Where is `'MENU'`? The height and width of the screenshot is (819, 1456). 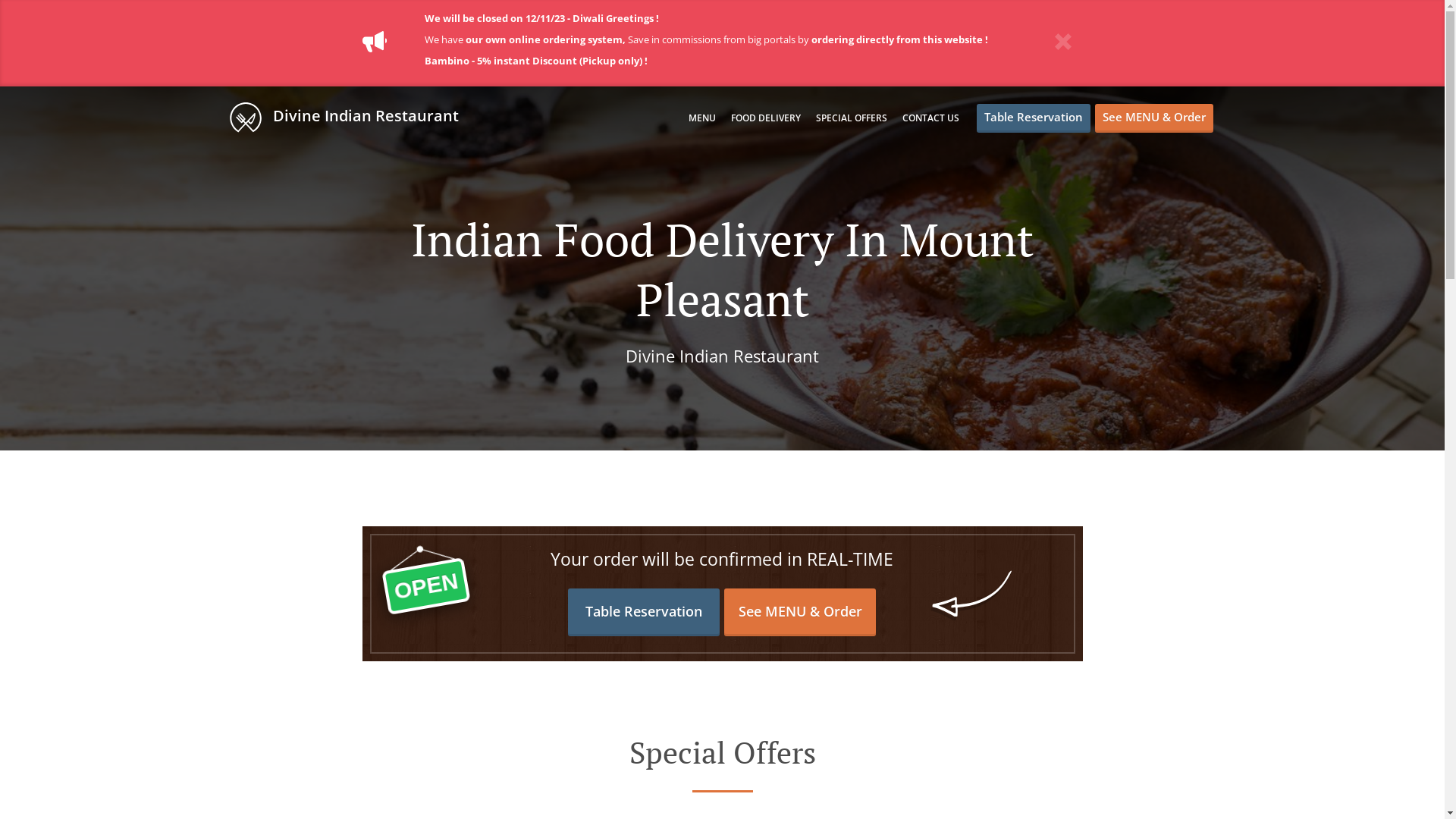
'MENU' is located at coordinates (701, 117).